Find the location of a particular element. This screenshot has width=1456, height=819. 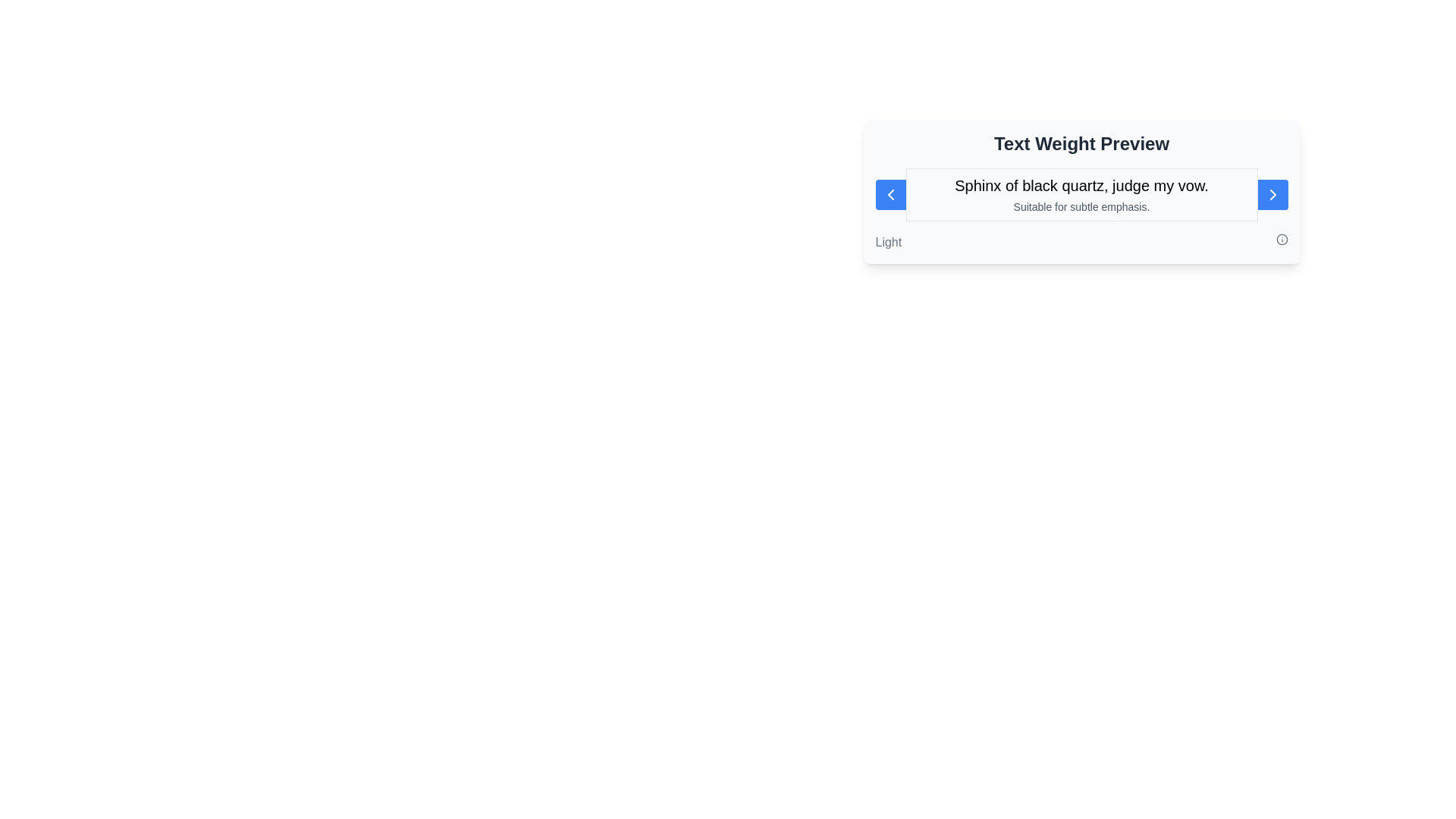

the emphasized title text element located at the top of the box, which displays a line of text for emphasis is located at coordinates (1081, 185).